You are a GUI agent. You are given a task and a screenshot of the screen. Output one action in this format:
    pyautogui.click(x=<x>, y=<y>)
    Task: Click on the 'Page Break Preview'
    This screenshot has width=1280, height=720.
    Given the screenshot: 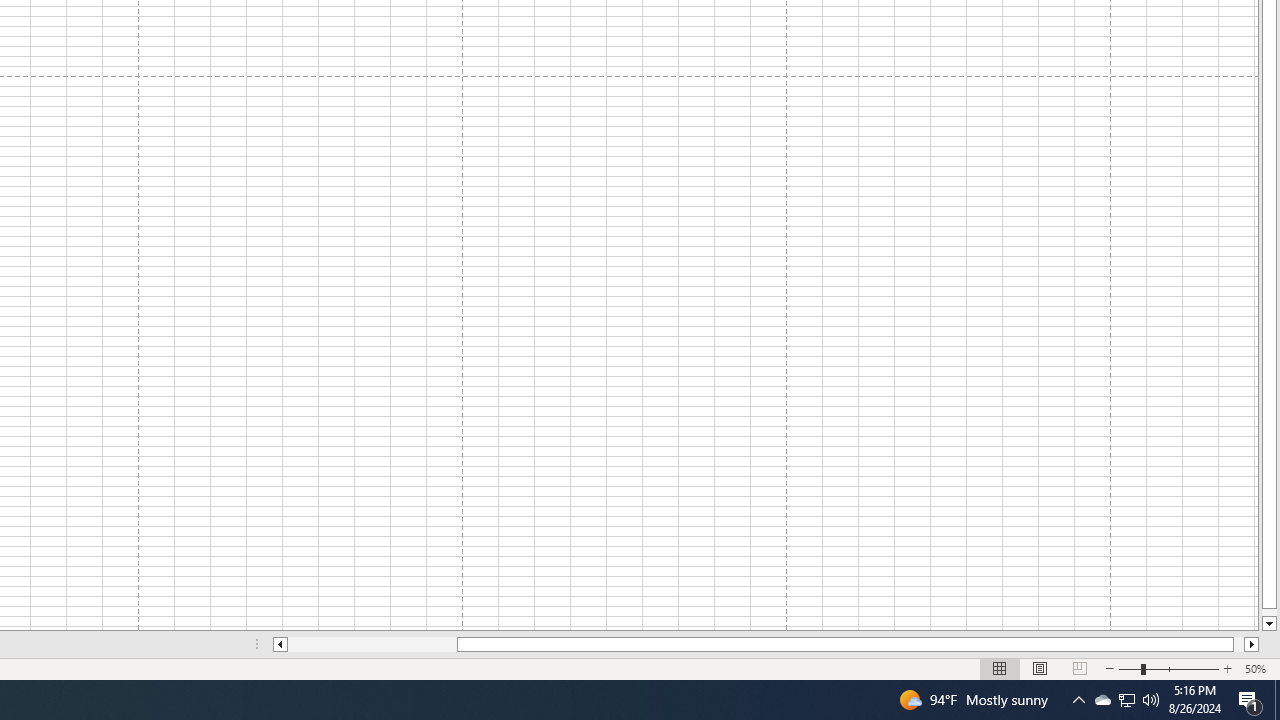 What is the action you would take?
    pyautogui.click(x=1078, y=669)
    